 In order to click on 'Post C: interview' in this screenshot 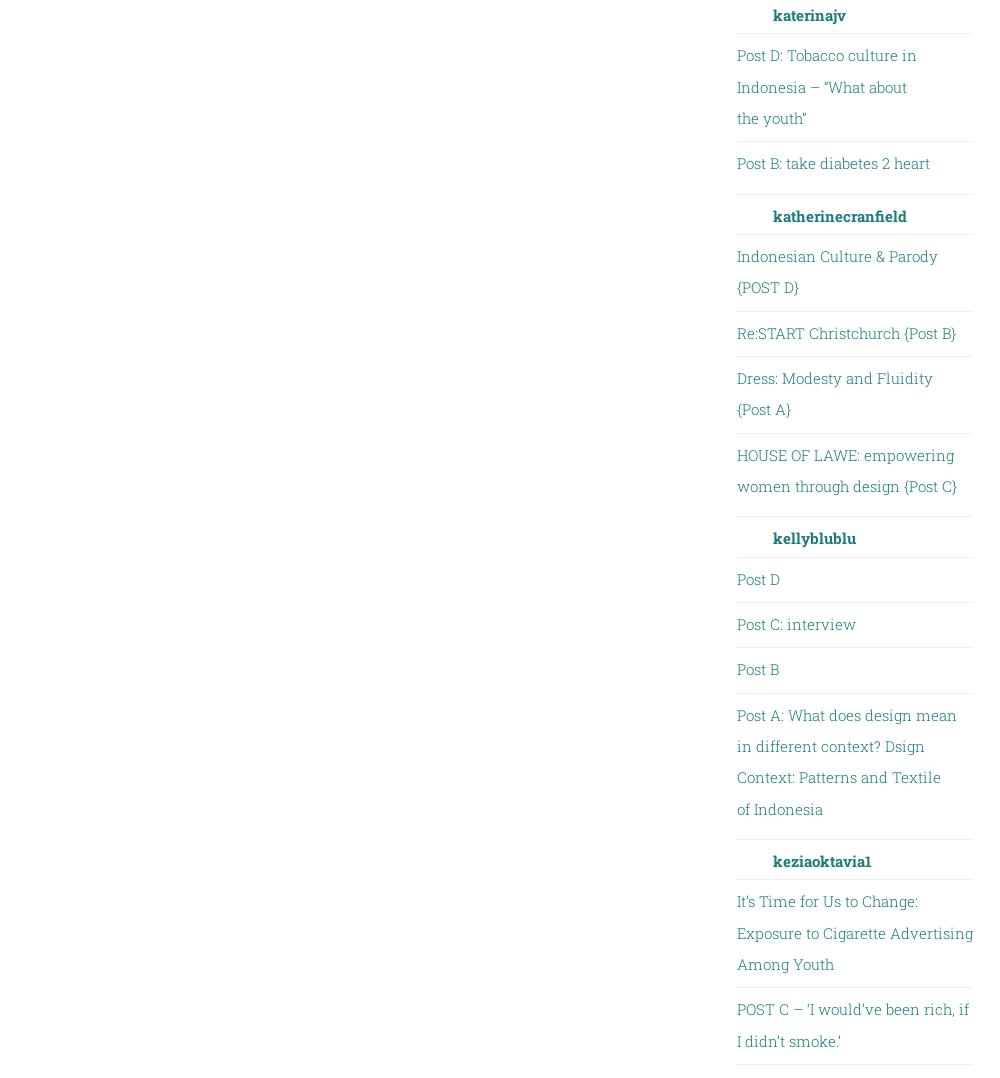, I will do `click(795, 621)`.